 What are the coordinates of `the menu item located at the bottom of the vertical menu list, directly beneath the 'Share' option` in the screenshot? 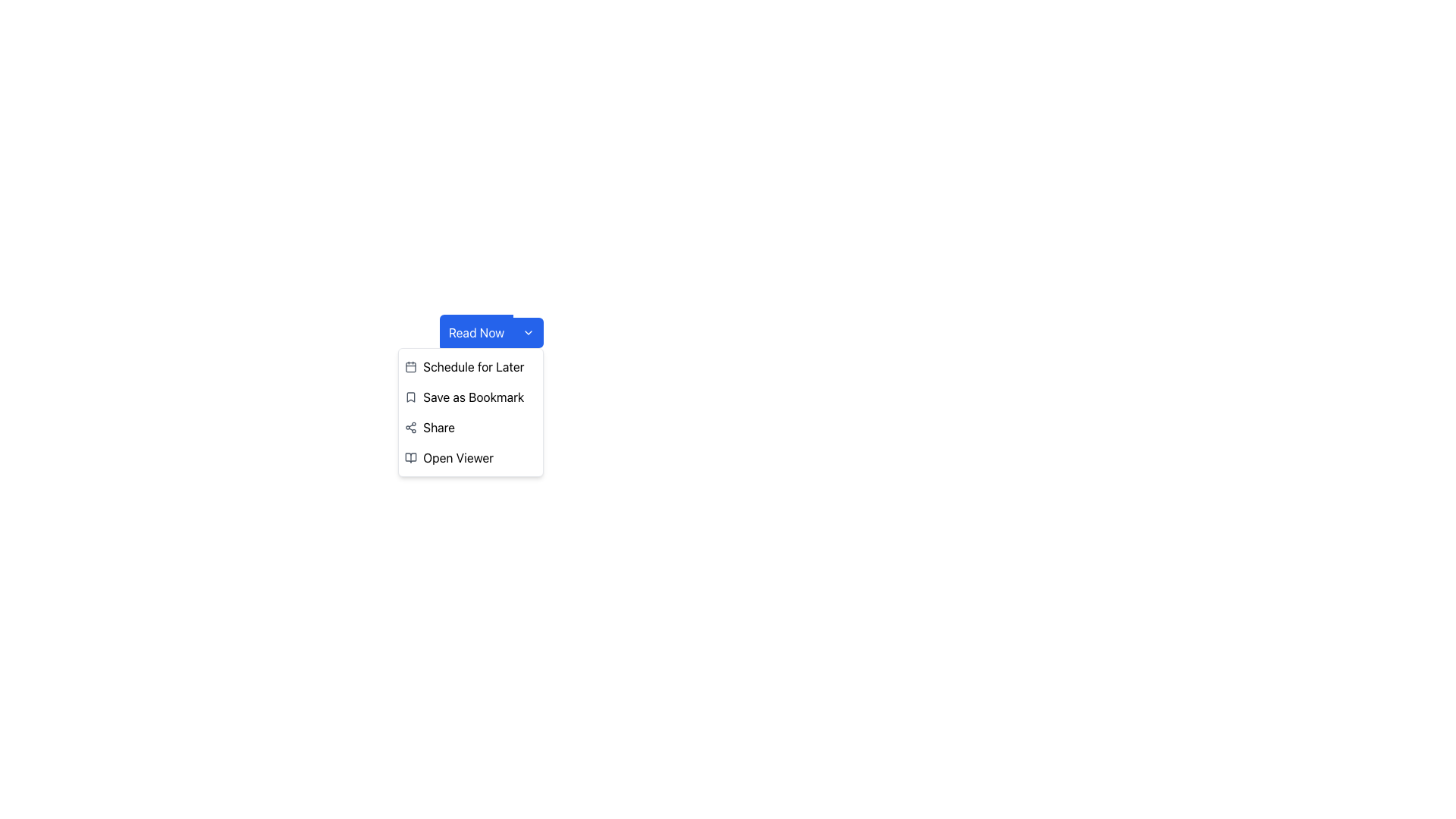 It's located at (470, 457).